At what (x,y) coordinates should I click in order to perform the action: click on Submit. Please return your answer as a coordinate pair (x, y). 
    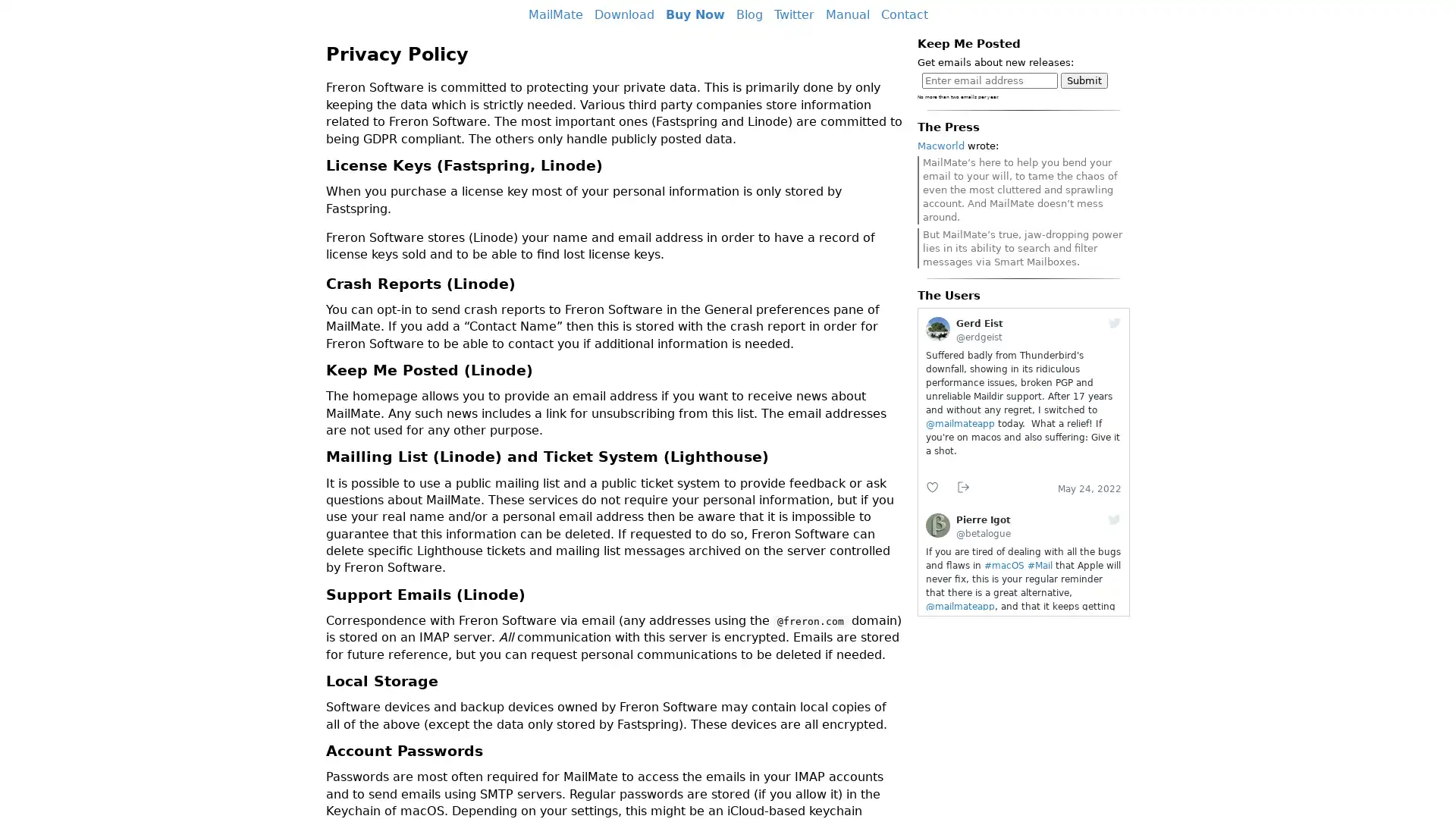
    Looking at the image, I should click on (1084, 80).